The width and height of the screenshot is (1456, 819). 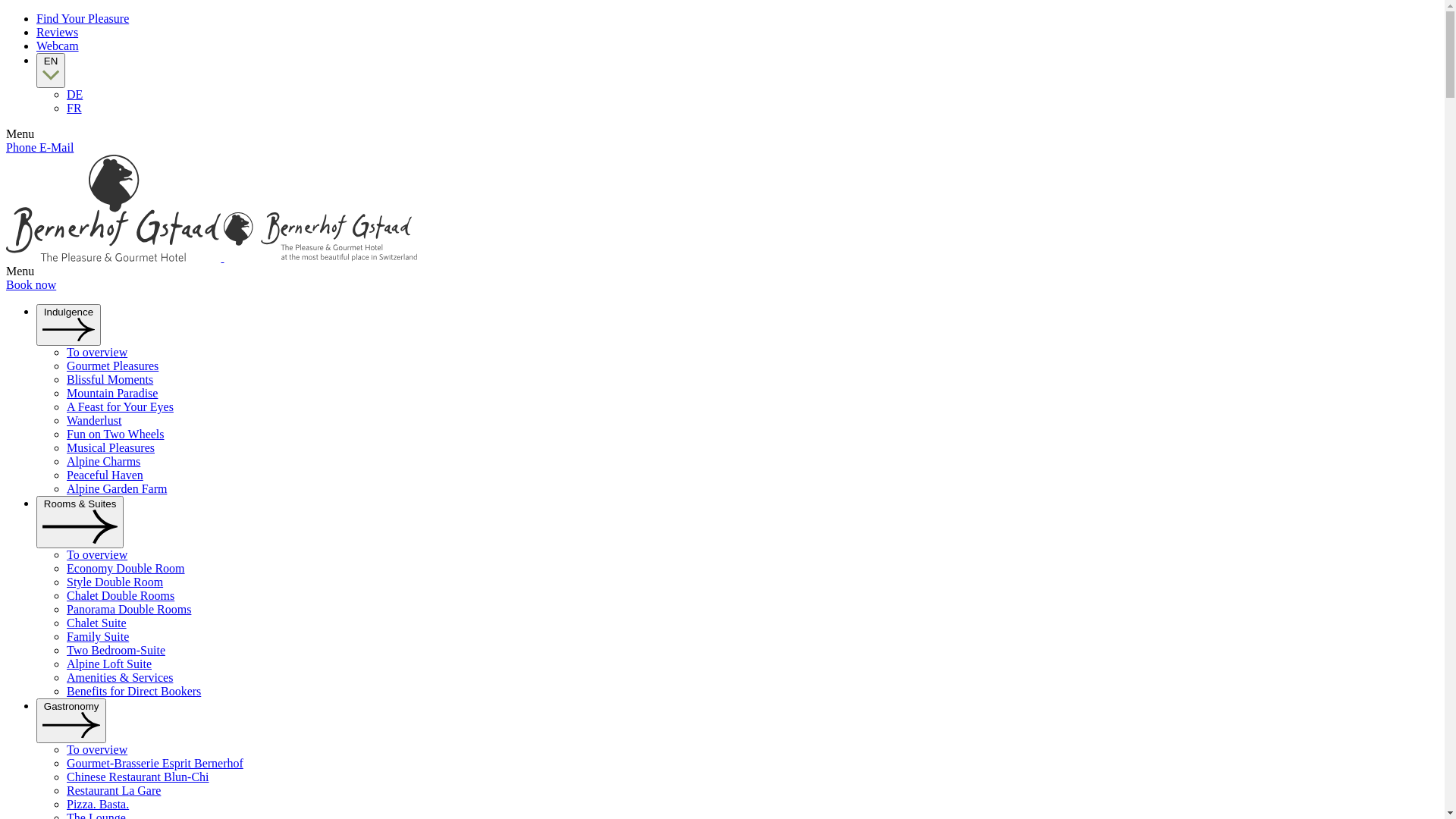 I want to click on 'Chalet Suite', so click(x=65, y=623).